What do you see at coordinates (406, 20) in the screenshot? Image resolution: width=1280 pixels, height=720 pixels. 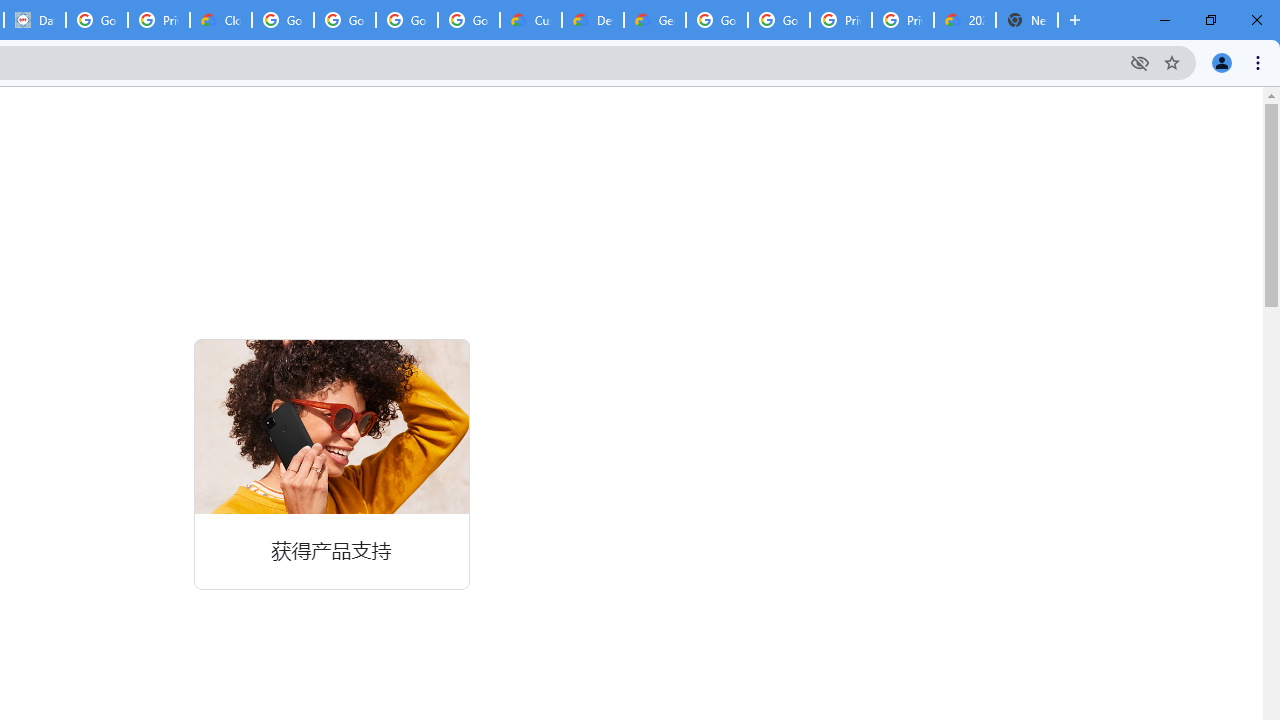 I see `'Google Workspace - Specific Terms'` at bounding box center [406, 20].